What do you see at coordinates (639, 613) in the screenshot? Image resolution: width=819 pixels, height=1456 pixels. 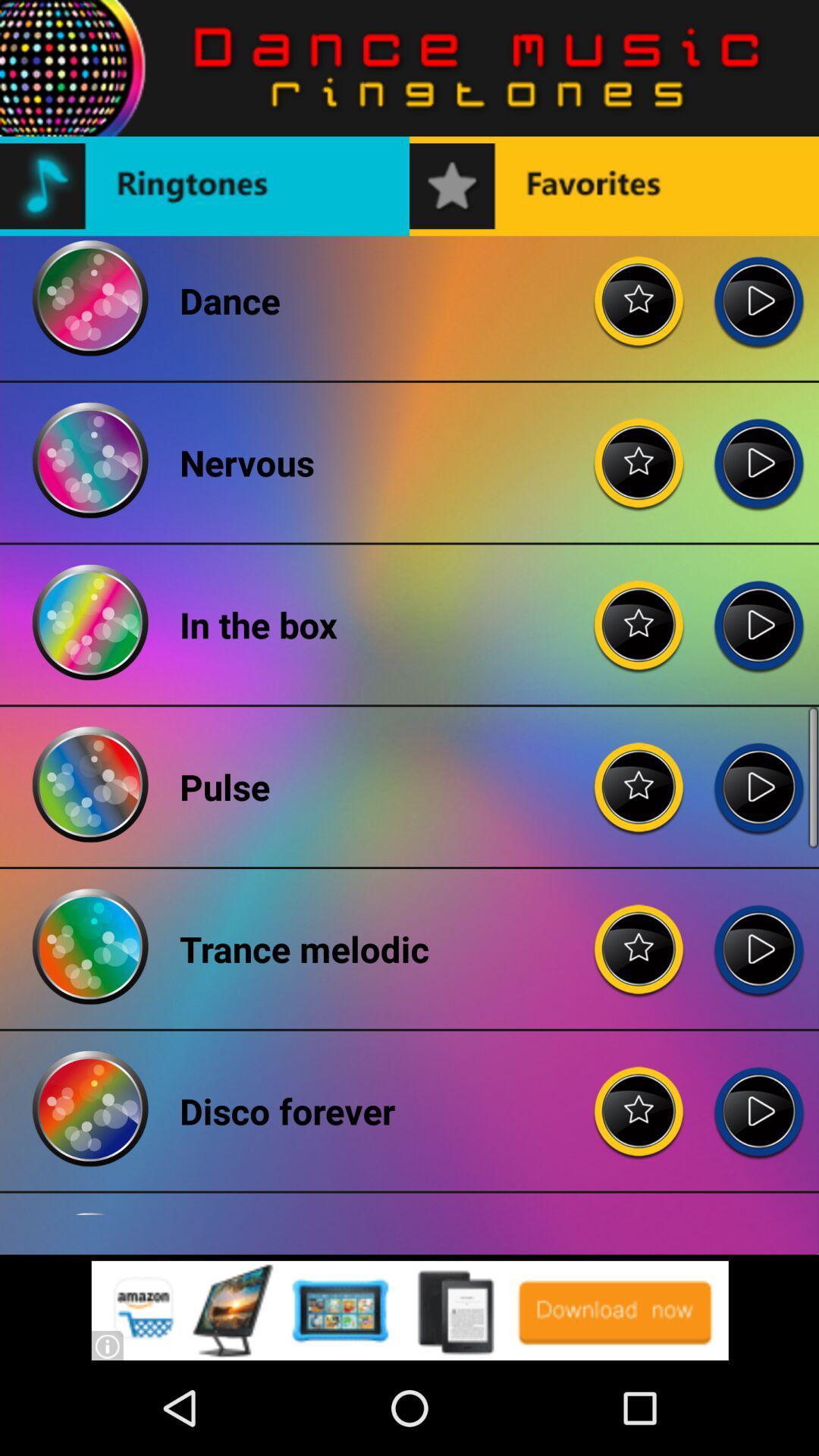 I see `favorite` at bounding box center [639, 613].